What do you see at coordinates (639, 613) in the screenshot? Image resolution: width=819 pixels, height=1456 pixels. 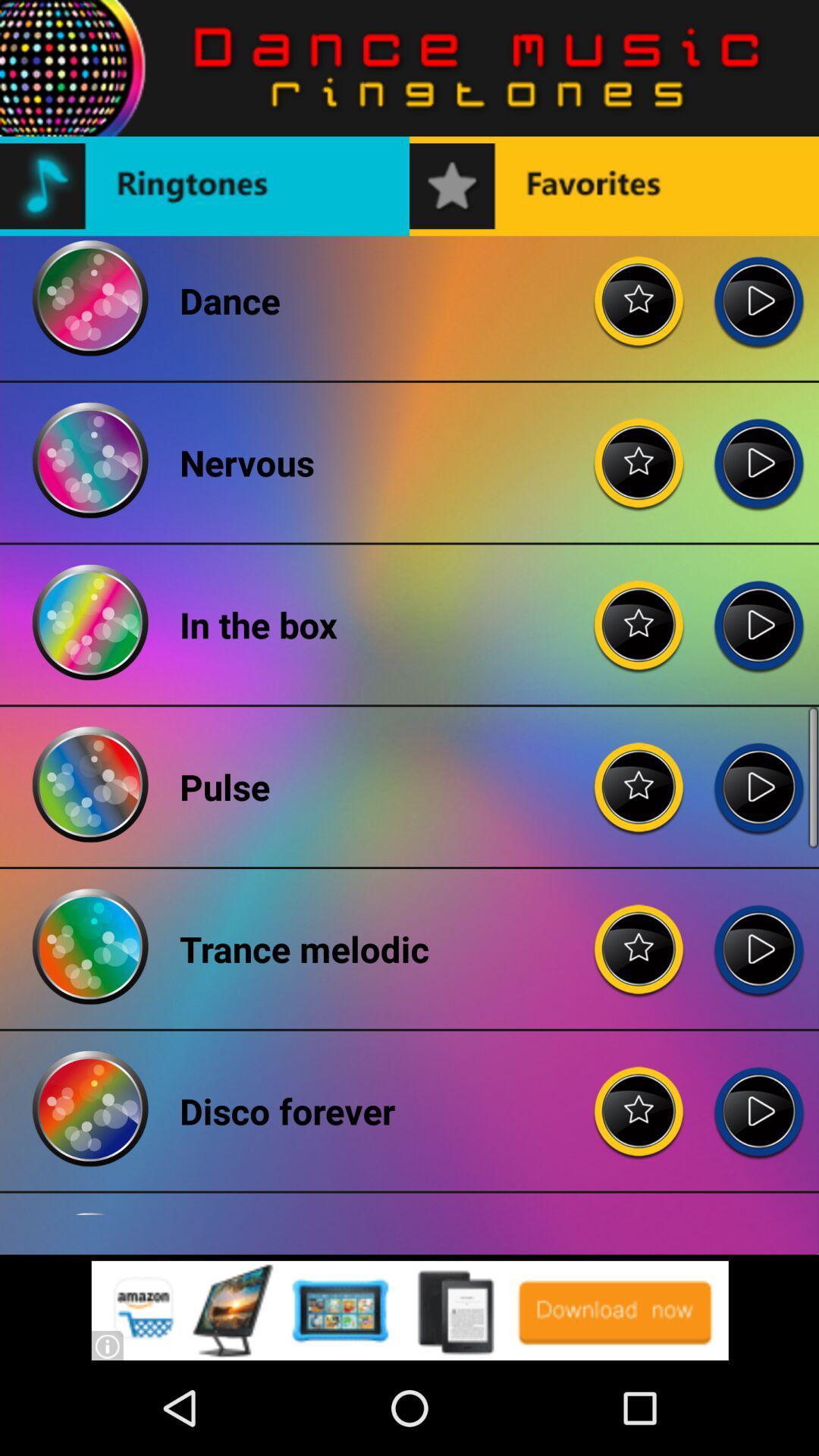 I see `favorite` at bounding box center [639, 613].